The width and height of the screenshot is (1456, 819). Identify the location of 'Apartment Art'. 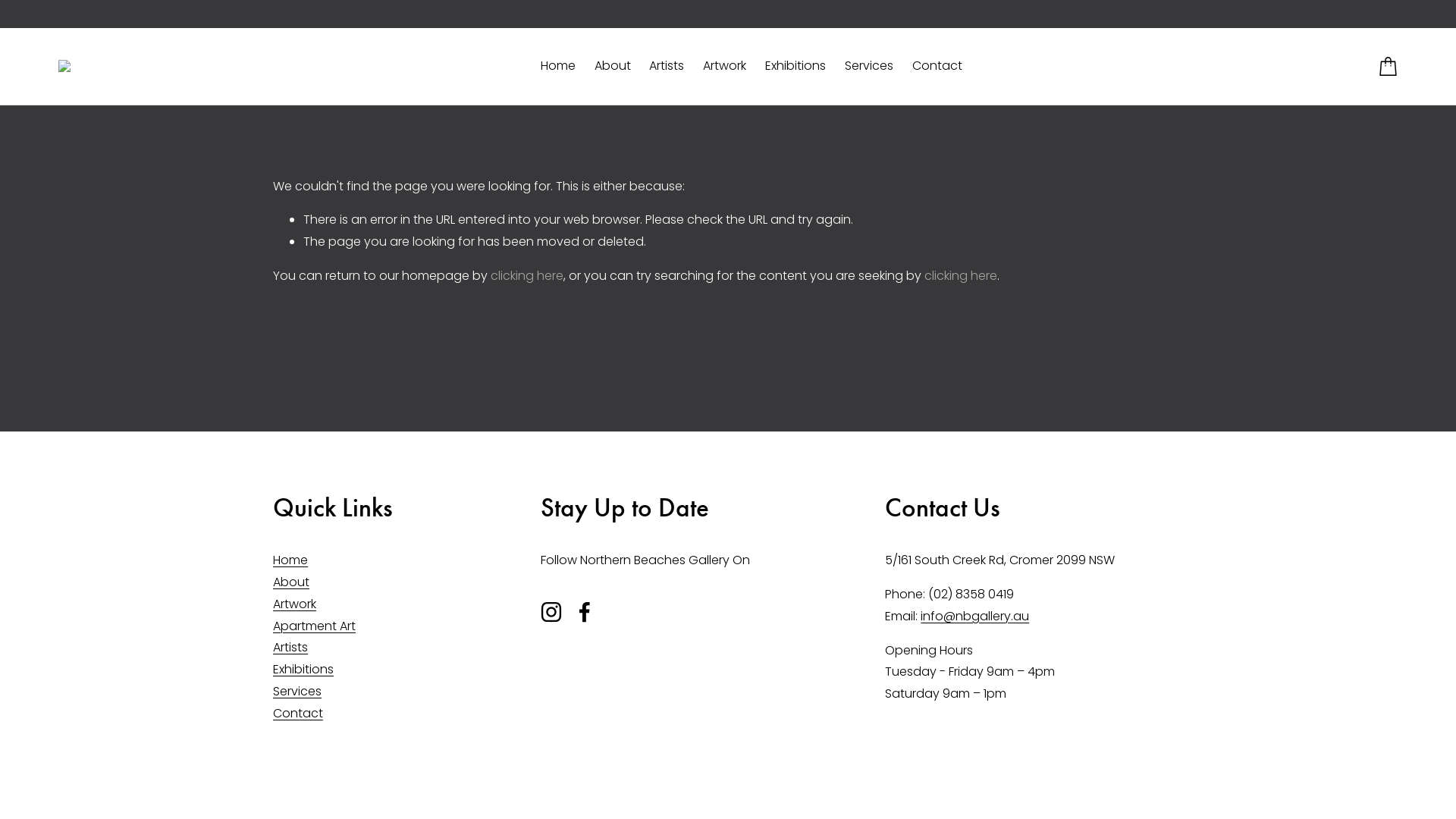
(313, 626).